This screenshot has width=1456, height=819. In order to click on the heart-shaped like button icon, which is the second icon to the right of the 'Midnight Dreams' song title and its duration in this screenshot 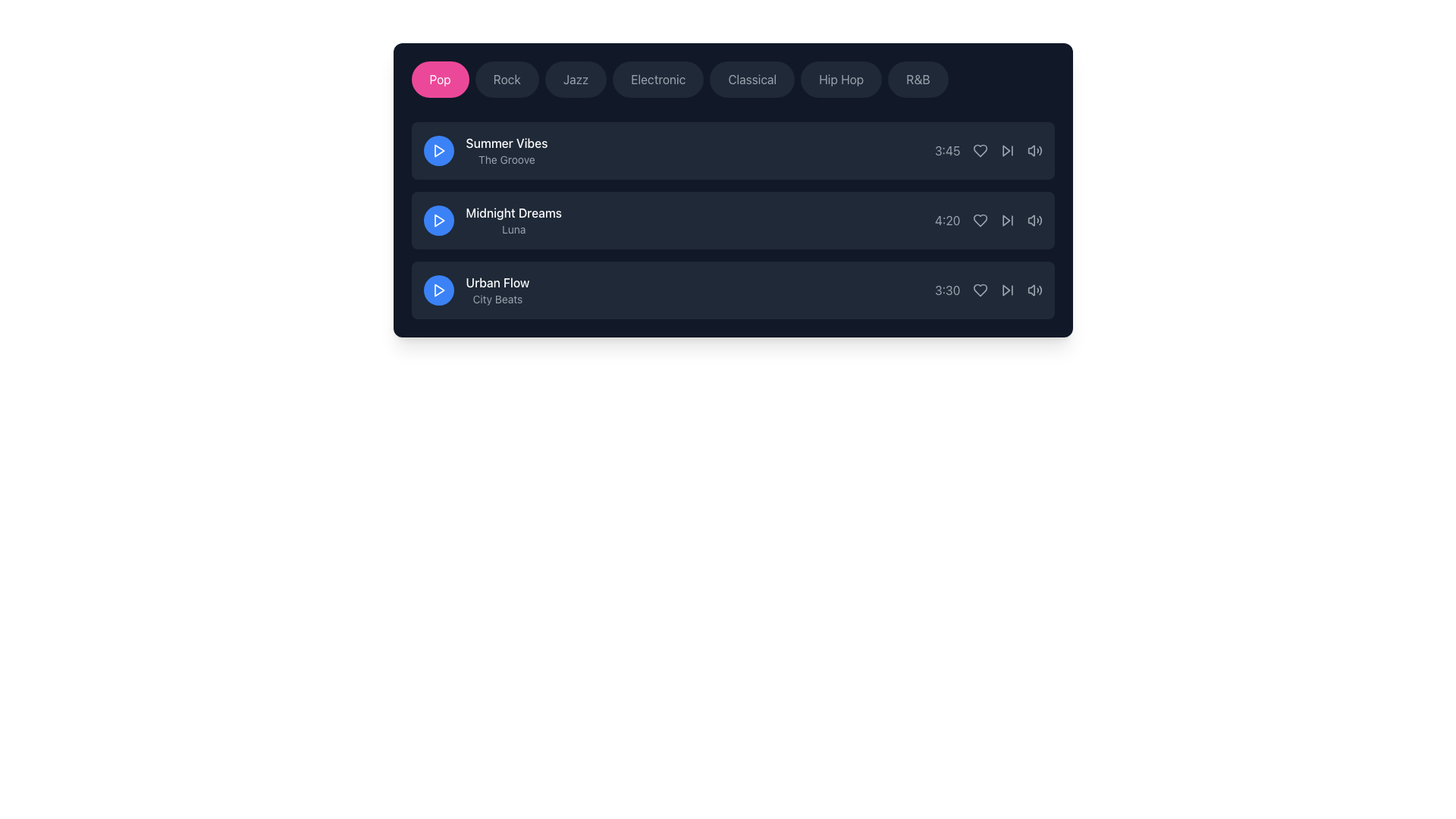, I will do `click(980, 220)`.